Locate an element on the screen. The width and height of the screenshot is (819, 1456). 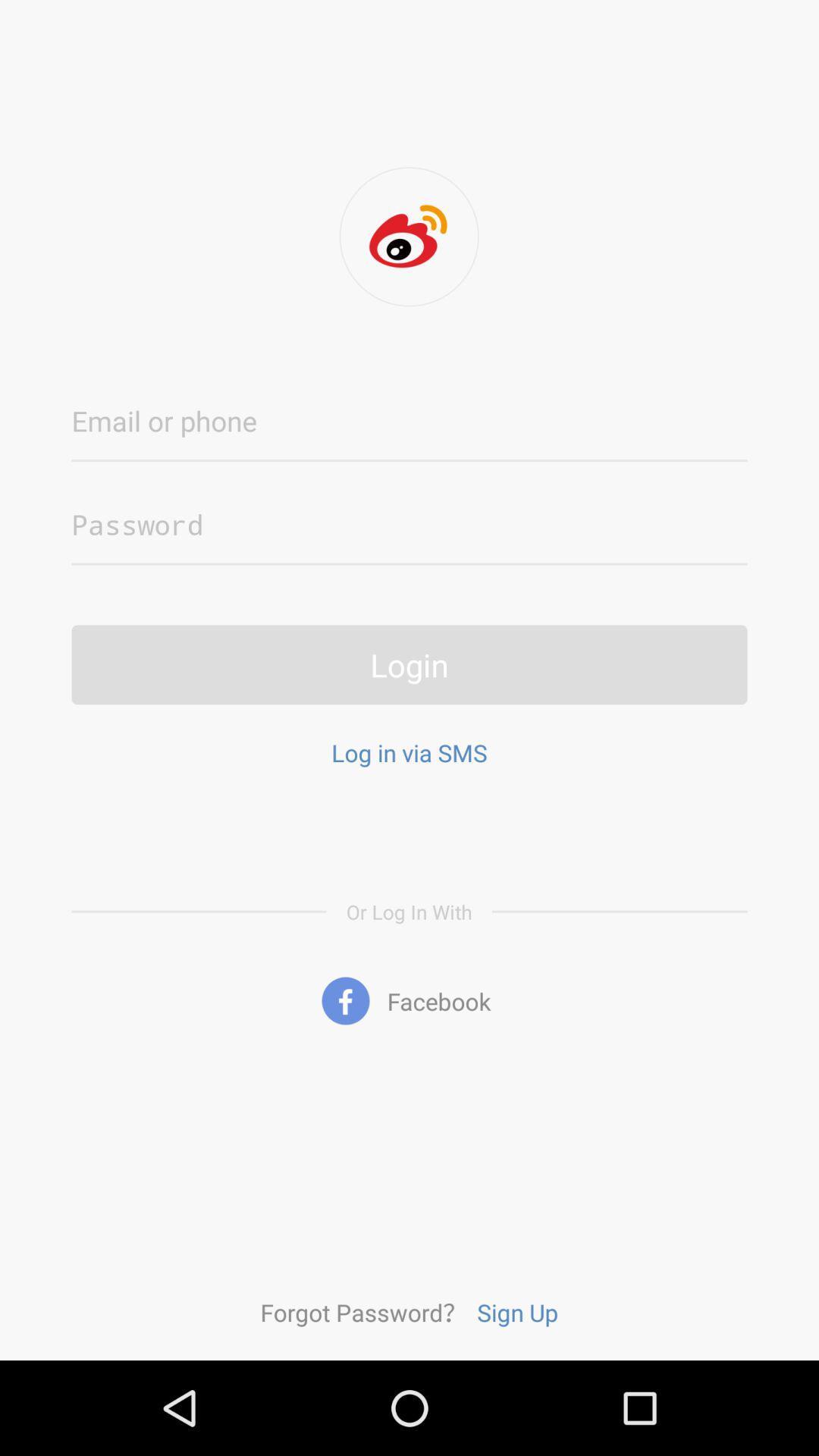
the icon to the left of sign up icon is located at coordinates (363, 1311).